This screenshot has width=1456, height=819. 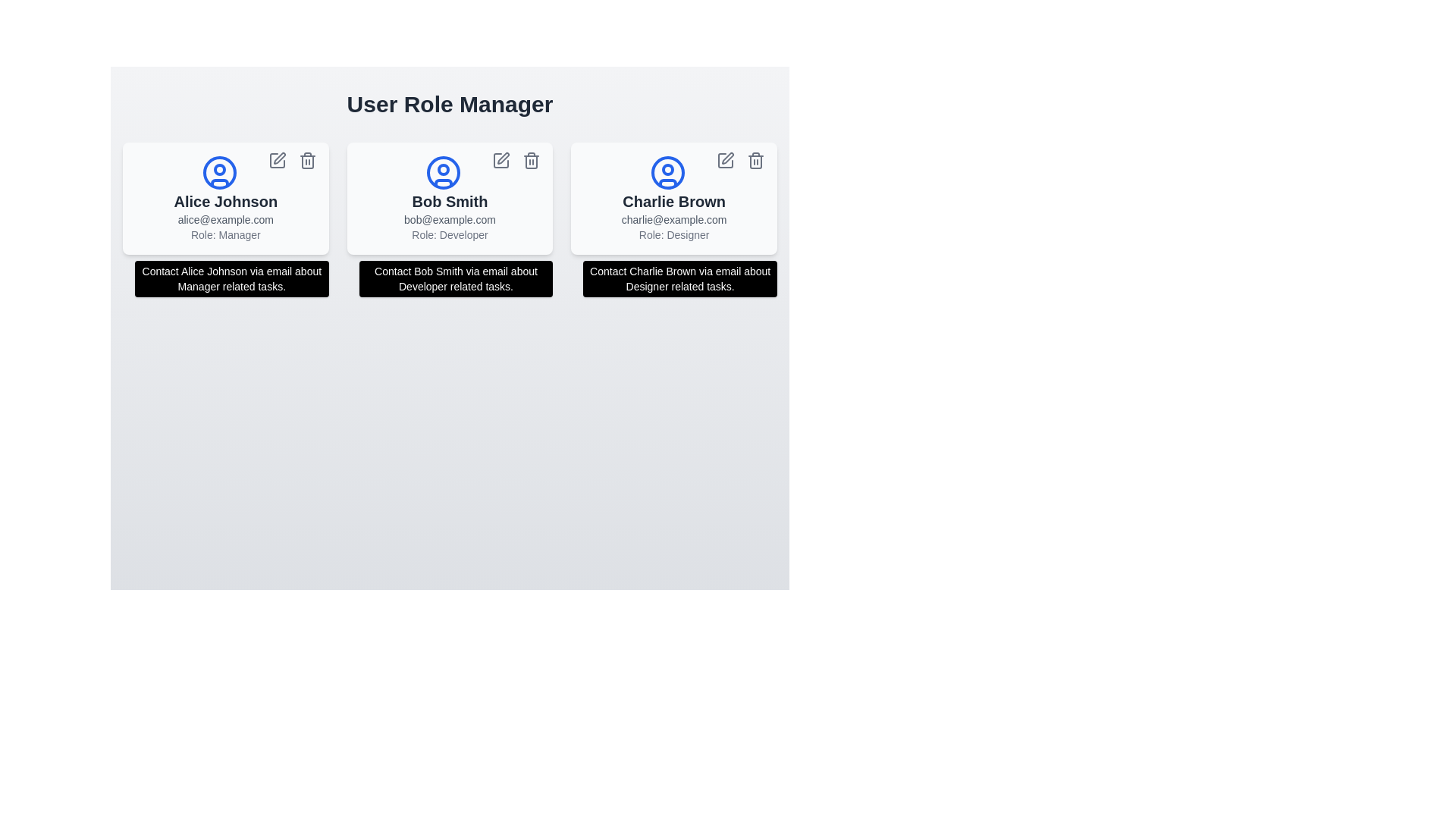 What do you see at coordinates (443, 171) in the screenshot?
I see `the avatar icon representing the user named Bob Smith, which is positioned at the top of the middle card in a row of similar cards` at bounding box center [443, 171].